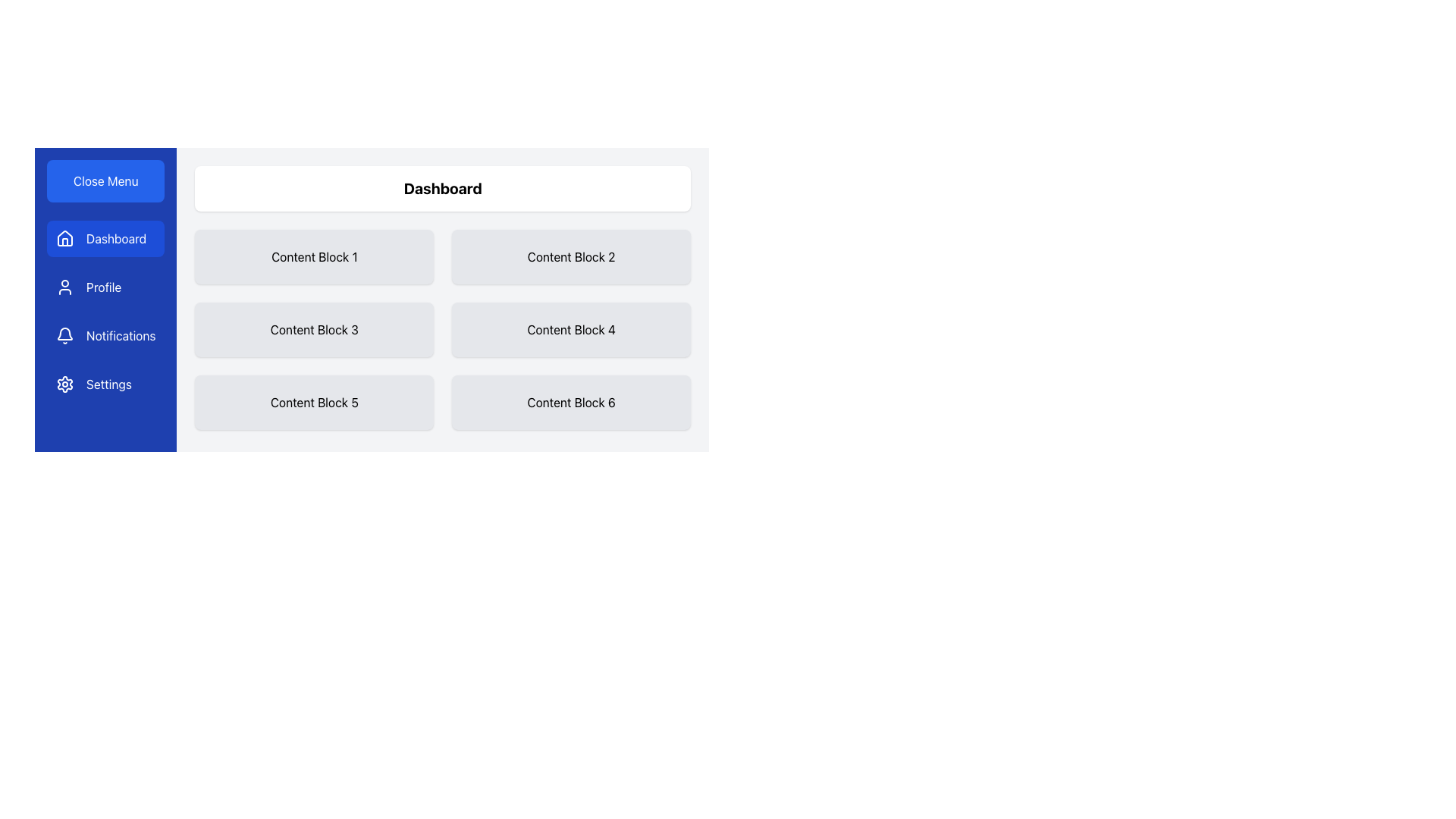 Image resolution: width=1456 pixels, height=819 pixels. I want to click on the informational block labeled 'Content Block 3' which is styled with a light gray background and rounded corners, so click(313, 329).